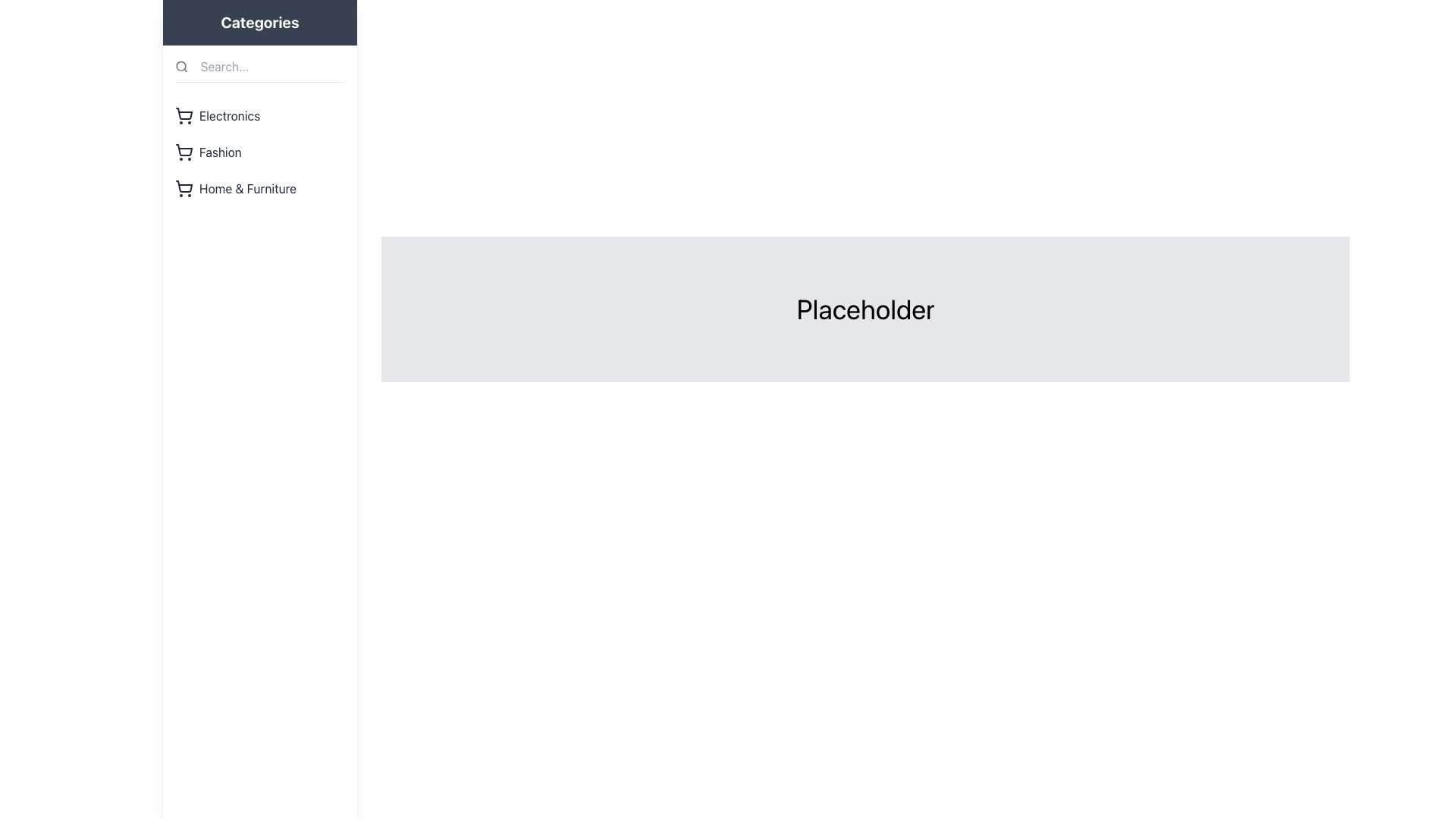 Image resolution: width=1456 pixels, height=819 pixels. Describe the element at coordinates (181, 66) in the screenshot. I see `the search icon located to the left of the 'Search...' text box in the top-left area of the menu to initiate a search` at that location.